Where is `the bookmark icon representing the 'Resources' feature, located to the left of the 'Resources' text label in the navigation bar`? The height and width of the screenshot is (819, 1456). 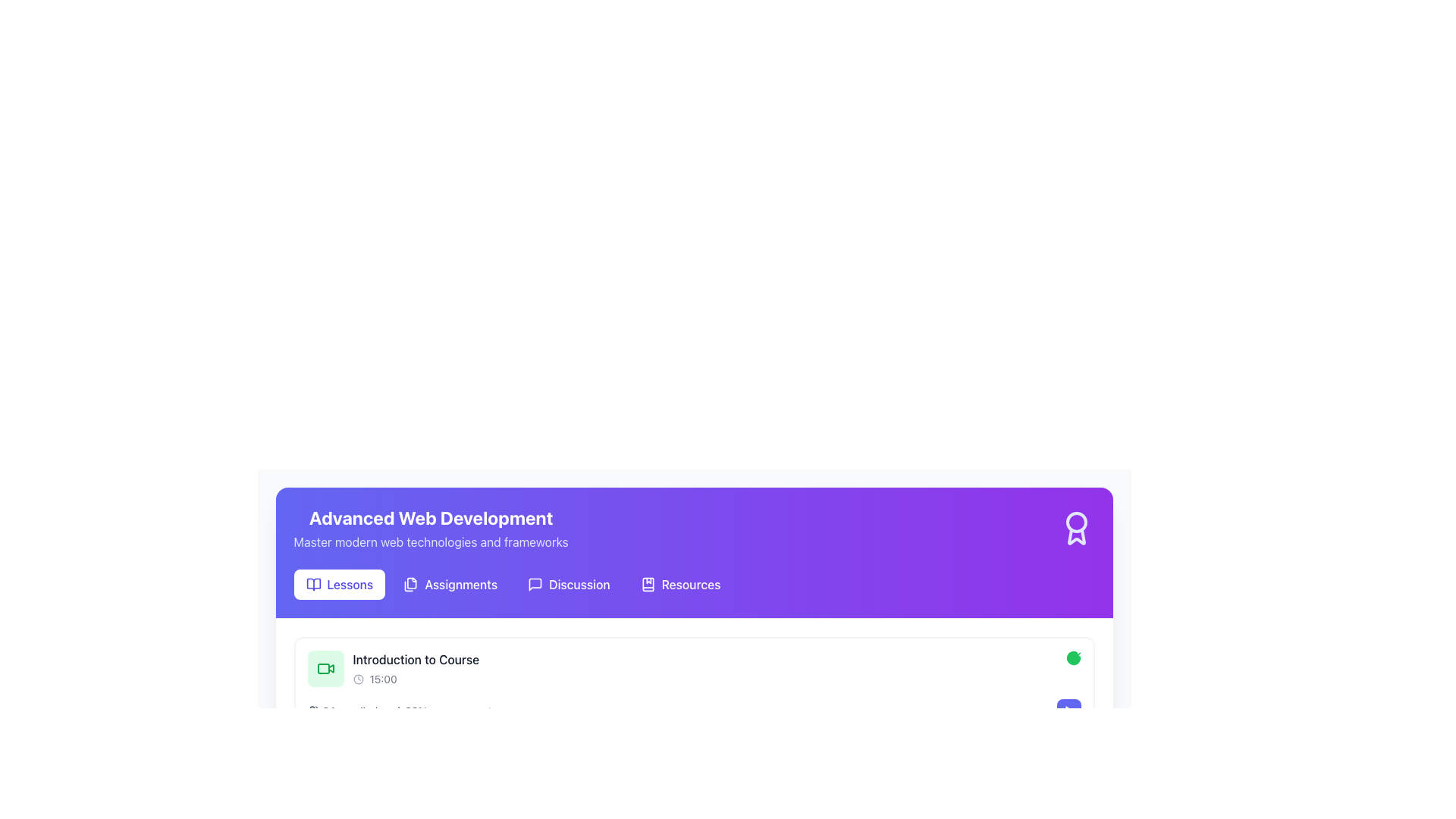 the bookmark icon representing the 'Resources' feature, located to the left of the 'Resources' text label in the navigation bar is located at coordinates (648, 584).